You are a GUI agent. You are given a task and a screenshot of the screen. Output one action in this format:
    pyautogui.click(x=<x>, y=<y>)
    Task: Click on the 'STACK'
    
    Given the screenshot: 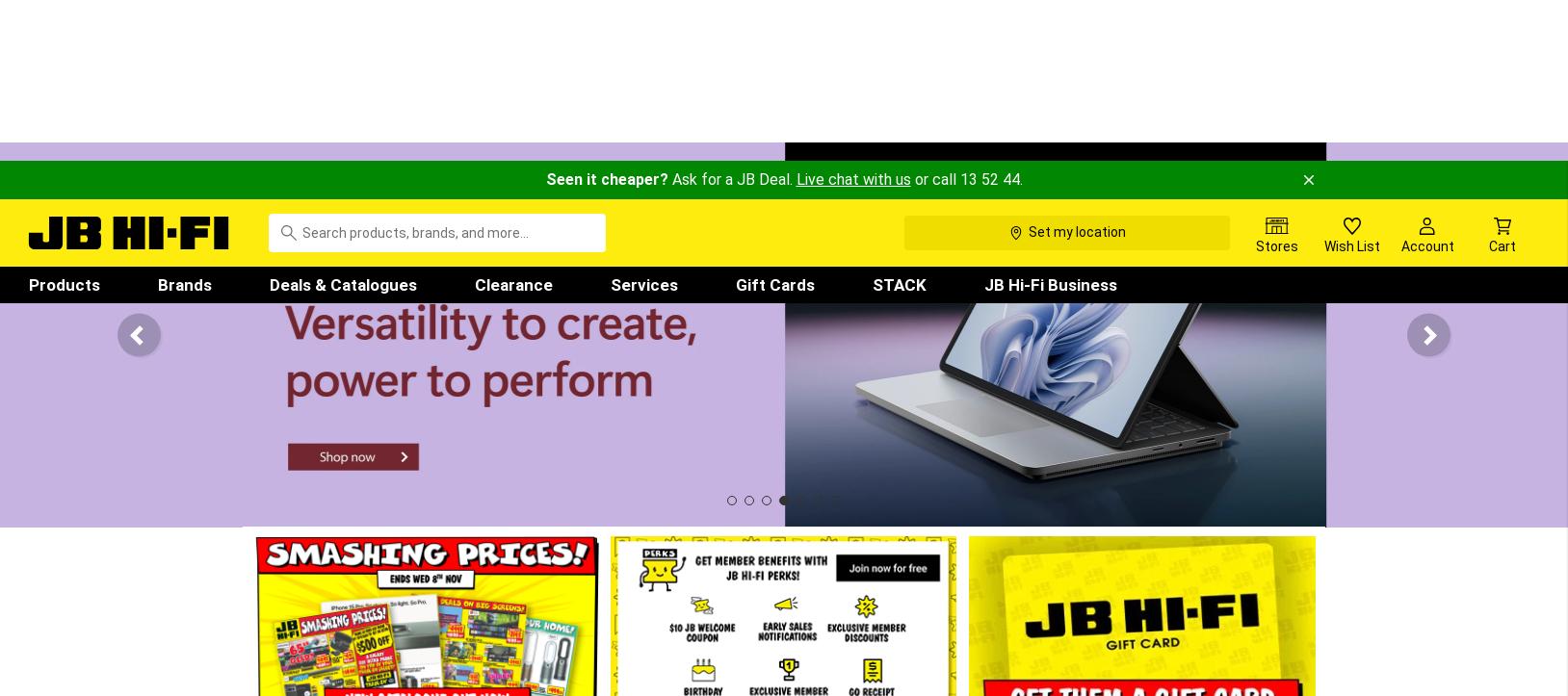 What is the action you would take?
    pyautogui.click(x=871, y=121)
    